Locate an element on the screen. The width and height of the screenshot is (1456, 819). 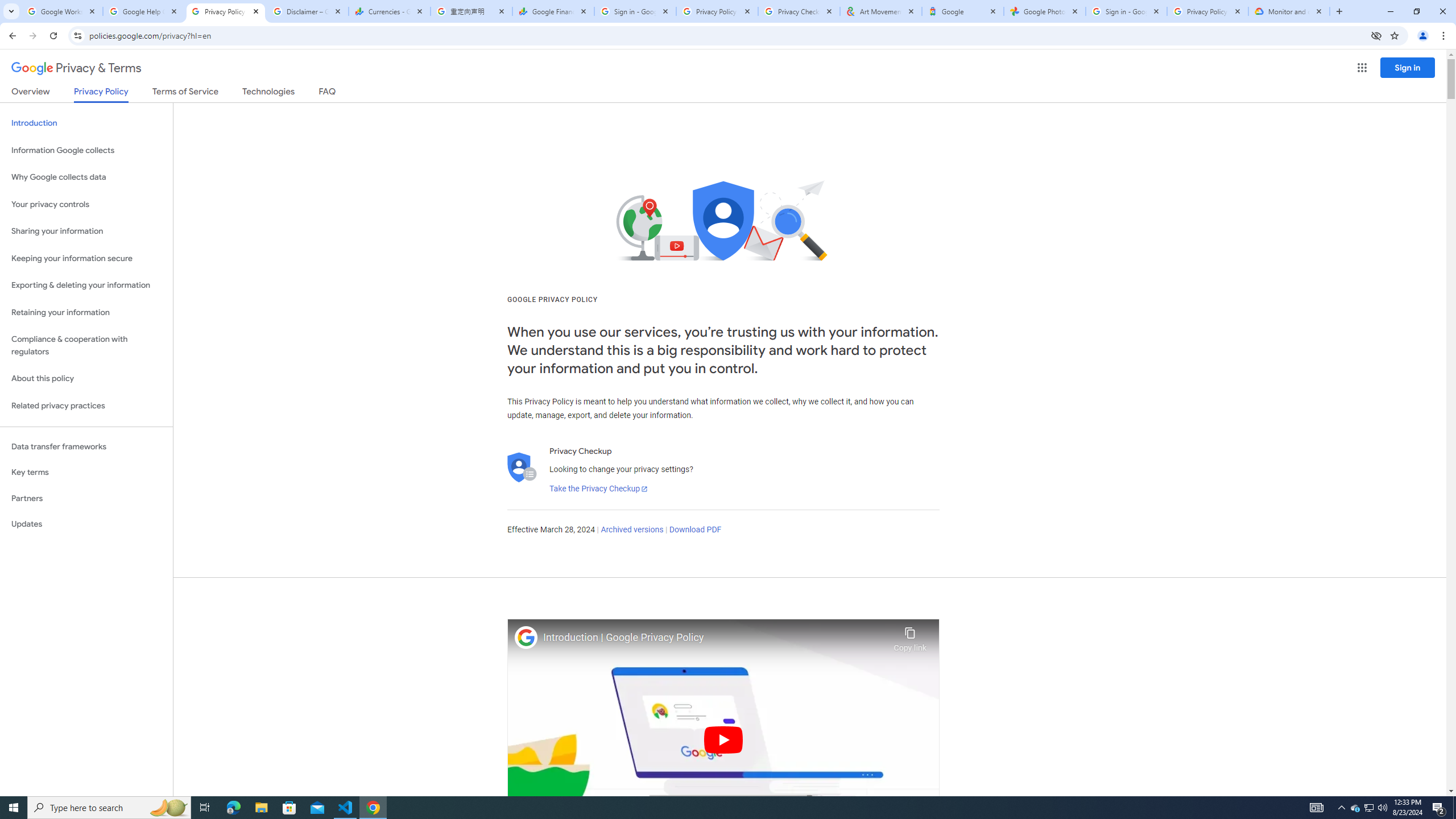
'Sharing your information' is located at coordinates (86, 230).